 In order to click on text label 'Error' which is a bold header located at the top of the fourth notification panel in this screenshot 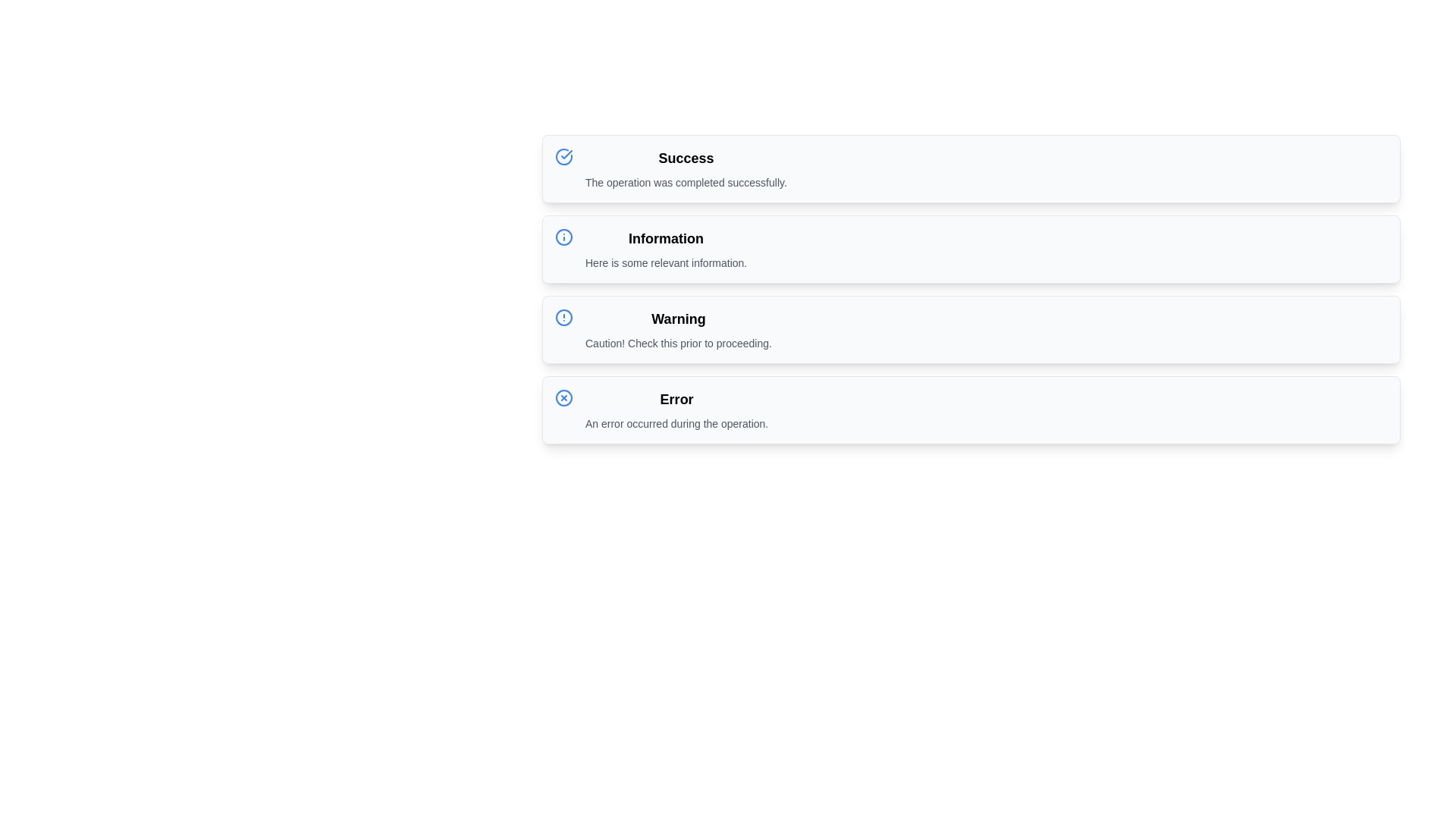, I will do `click(676, 399)`.